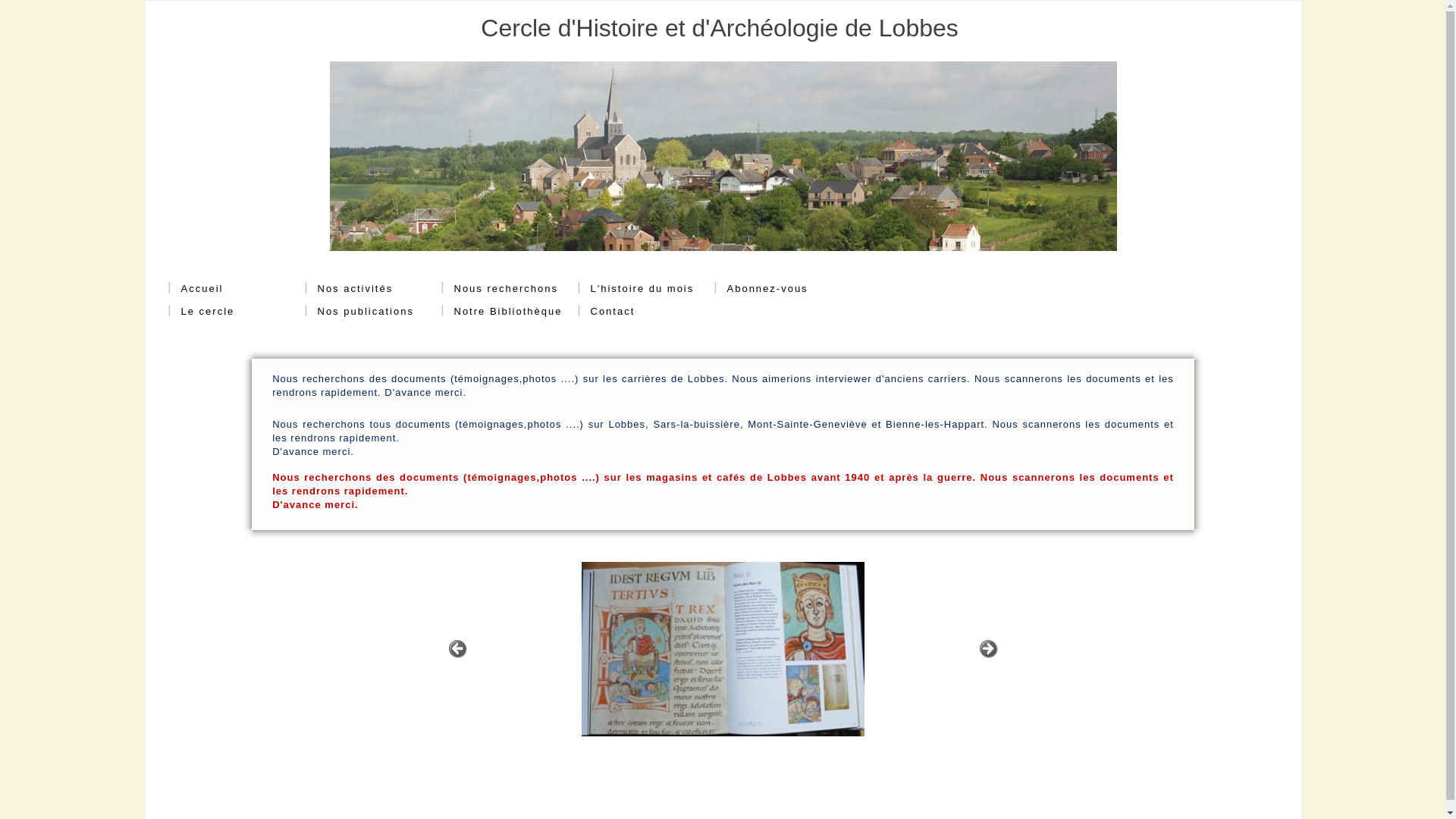  Describe the element at coordinates (642, 289) in the screenshot. I see `'L'histoire du mois'` at that location.